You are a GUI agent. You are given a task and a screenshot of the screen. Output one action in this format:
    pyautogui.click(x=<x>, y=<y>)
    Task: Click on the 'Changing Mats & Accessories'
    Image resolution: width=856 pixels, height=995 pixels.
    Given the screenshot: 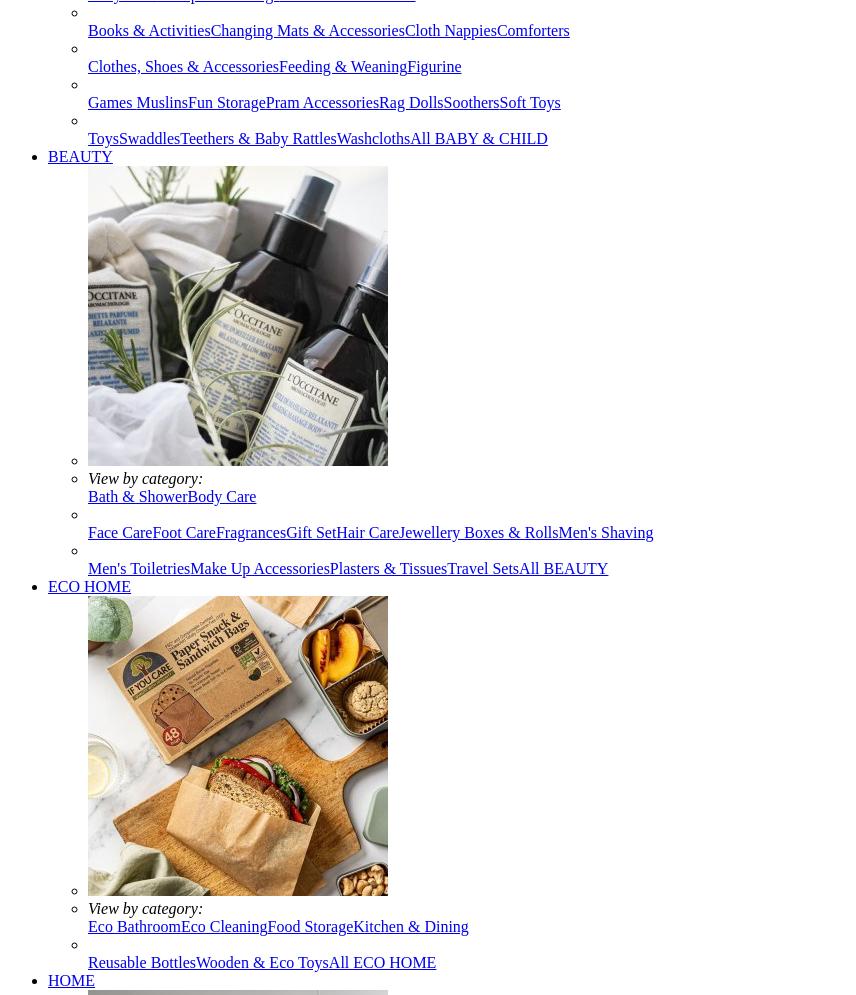 What is the action you would take?
    pyautogui.click(x=306, y=30)
    